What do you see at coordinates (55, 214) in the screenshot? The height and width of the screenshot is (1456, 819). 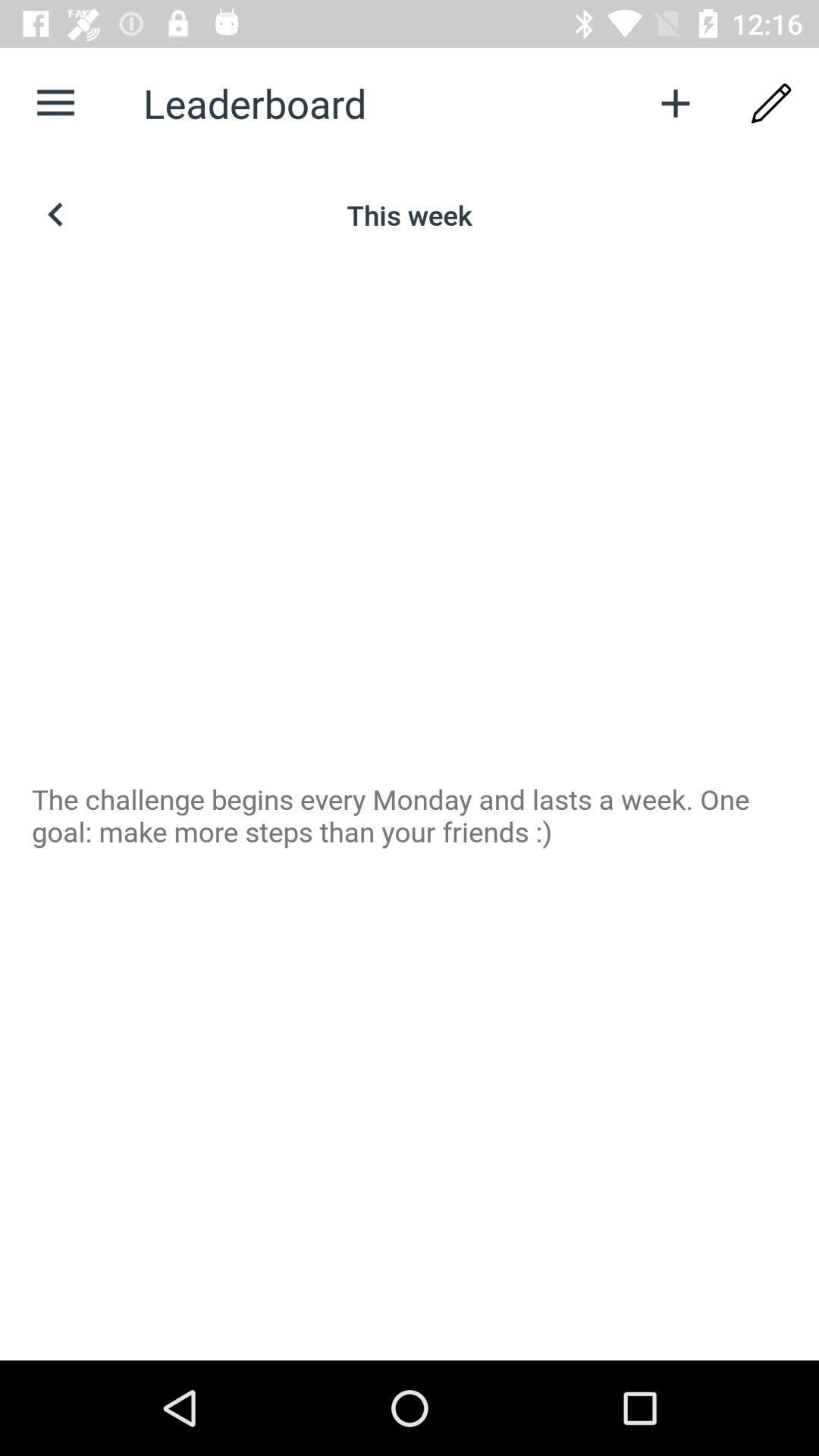 I see `previous week` at bounding box center [55, 214].